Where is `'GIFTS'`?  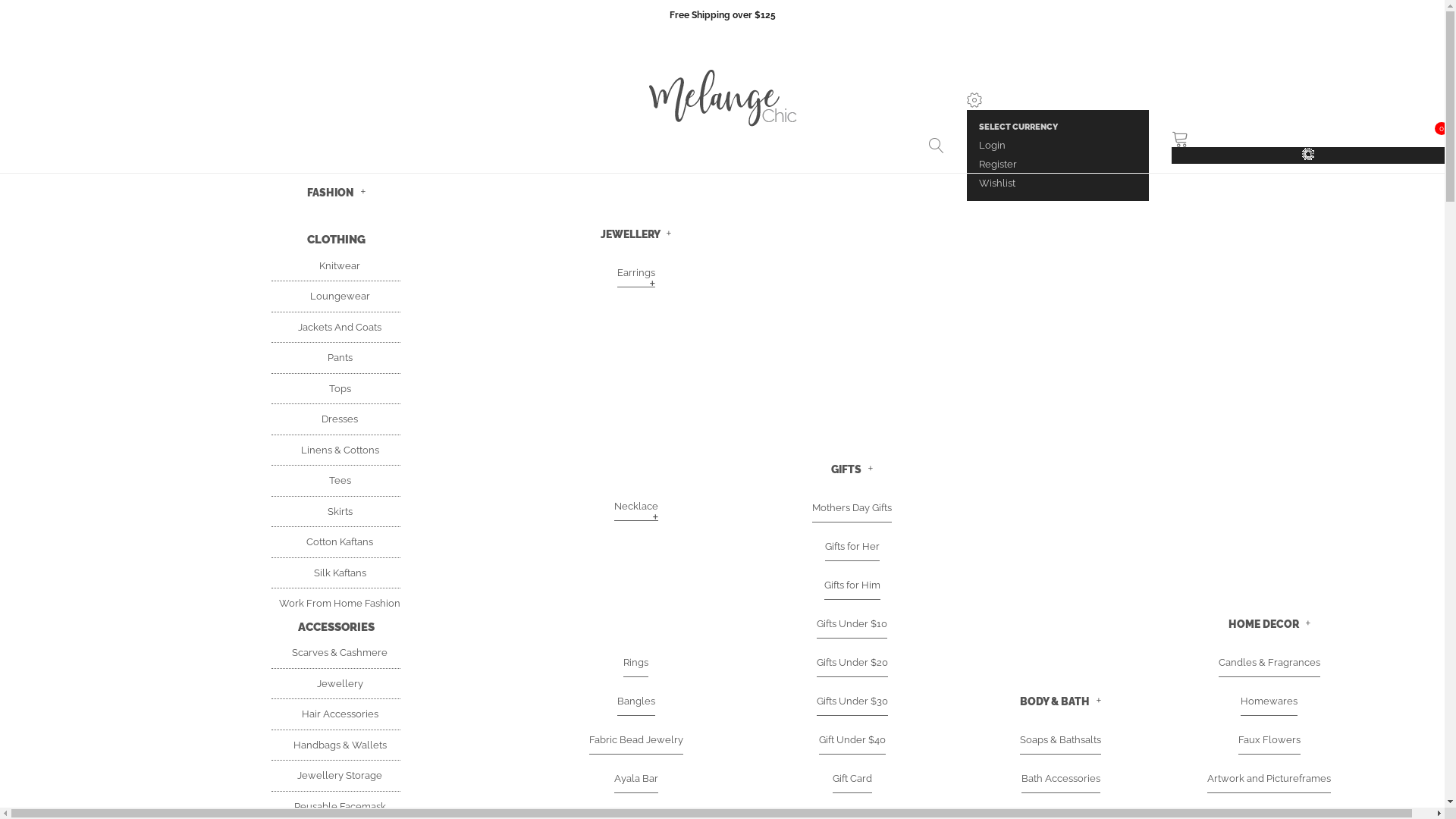 'GIFTS' is located at coordinates (830, 468).